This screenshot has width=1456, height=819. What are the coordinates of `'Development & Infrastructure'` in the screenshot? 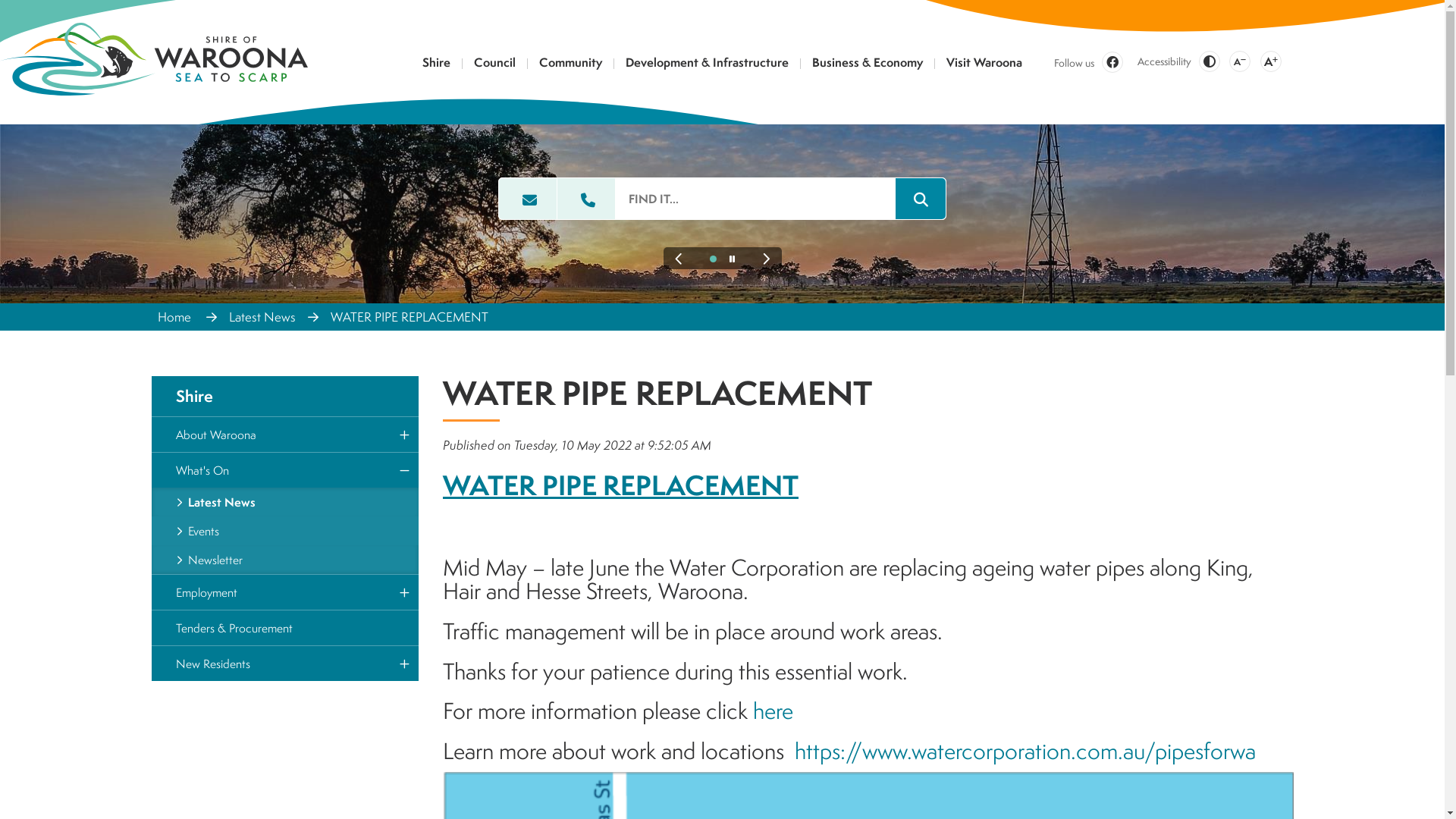 It's located at (706, 66).